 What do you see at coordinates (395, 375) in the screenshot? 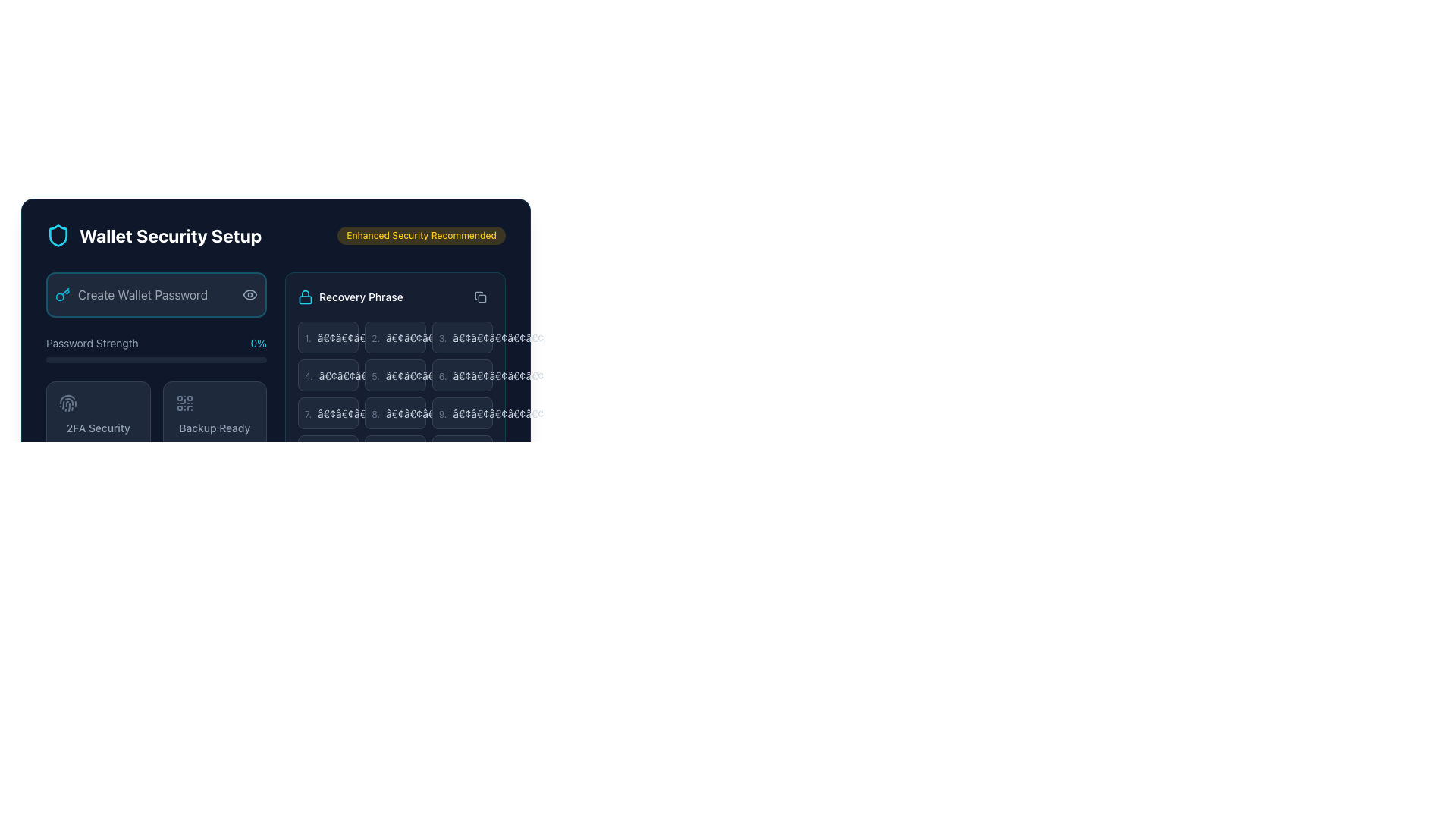
I see `label in the fifth box of a 3-column grid layout, located in the second row and middle column, adjacent to '4.' on the left and '6.' on the right` at bounding box center [395, 375].